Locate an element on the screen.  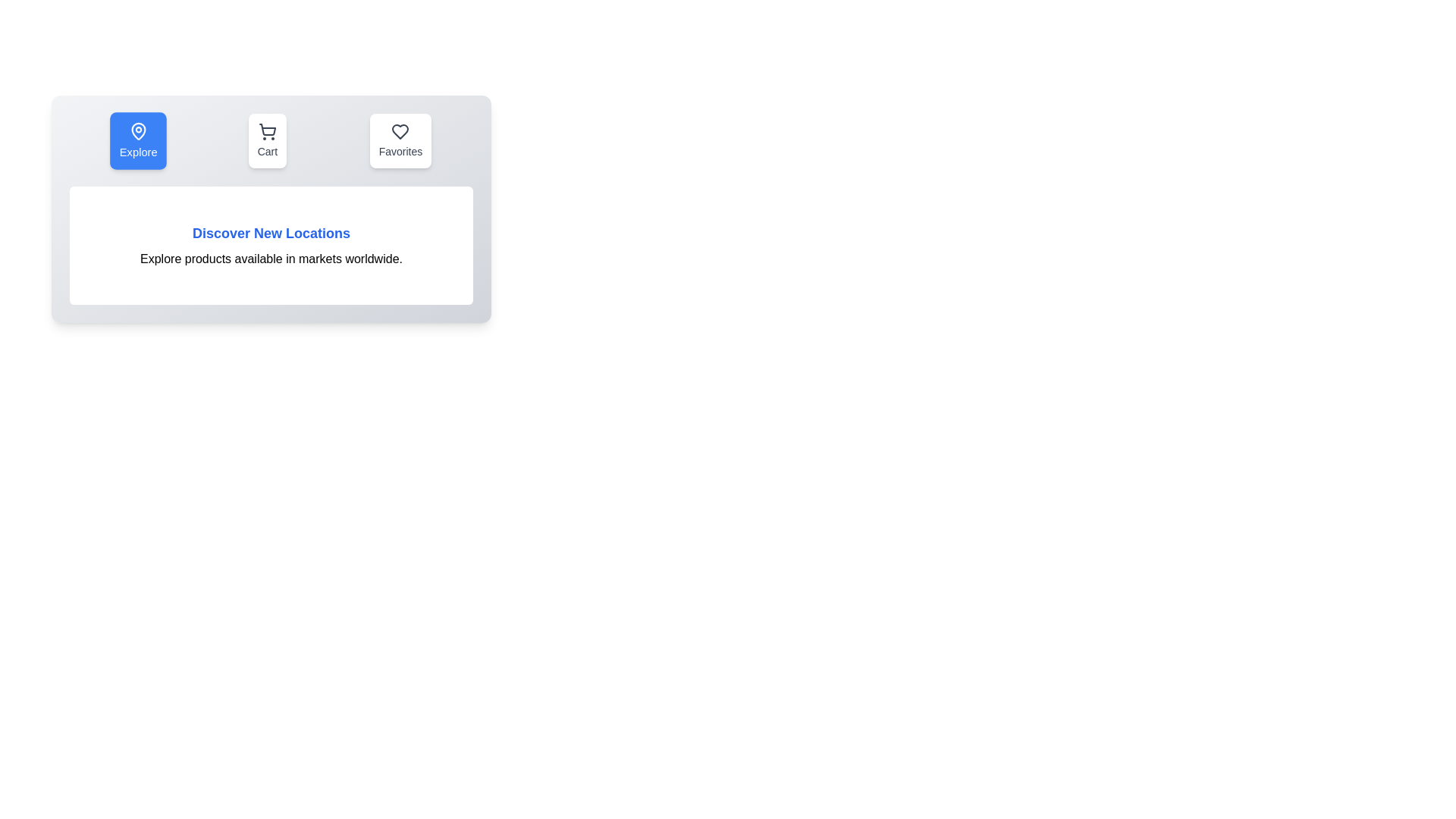
the Cart tab by clicking on its label or icon is located at coordinates (266, 140).